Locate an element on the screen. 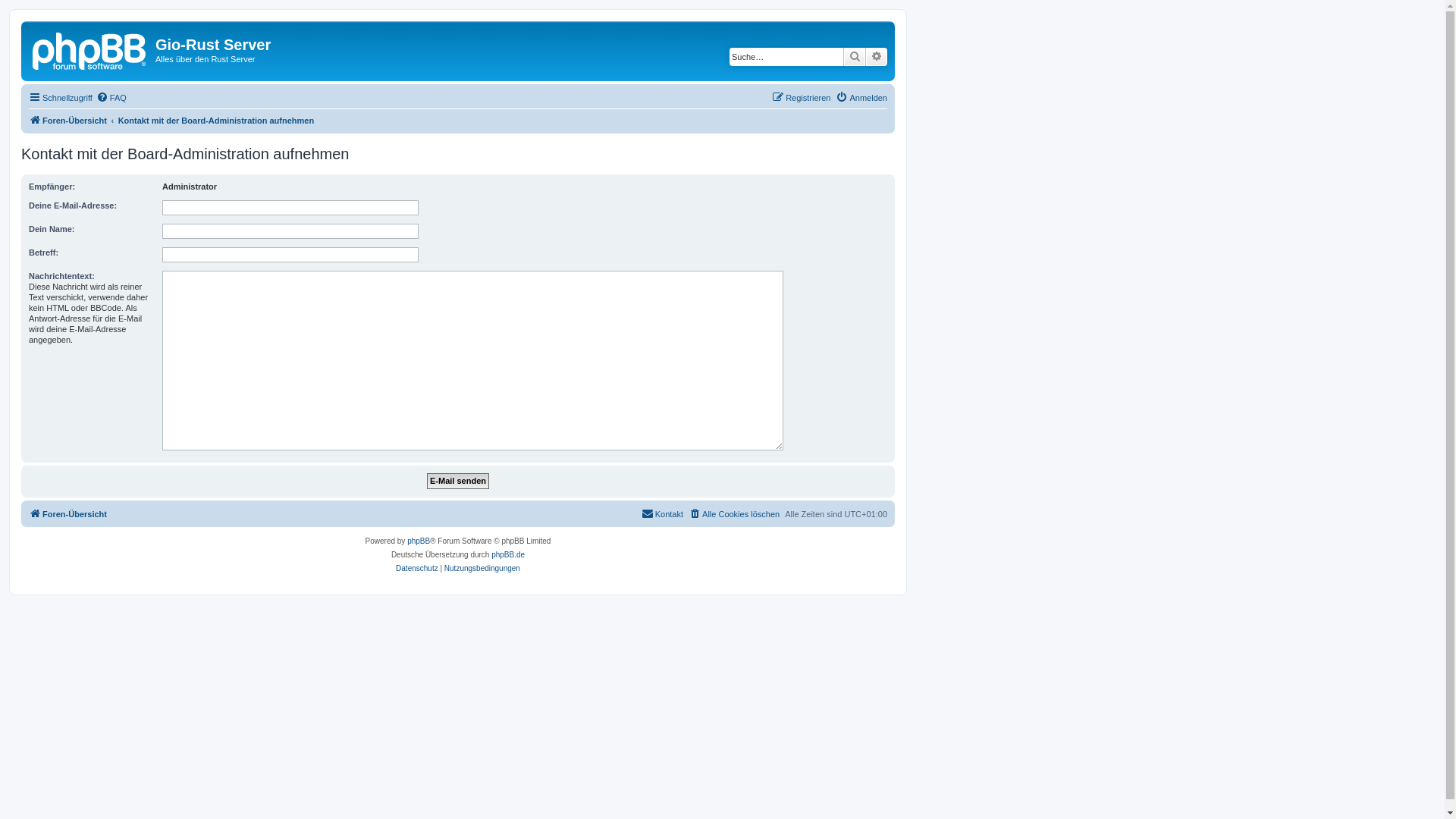 The width and height of the screenshot is (1456, 819). 'E-Mail senden' is located at coordinates (457, 481).